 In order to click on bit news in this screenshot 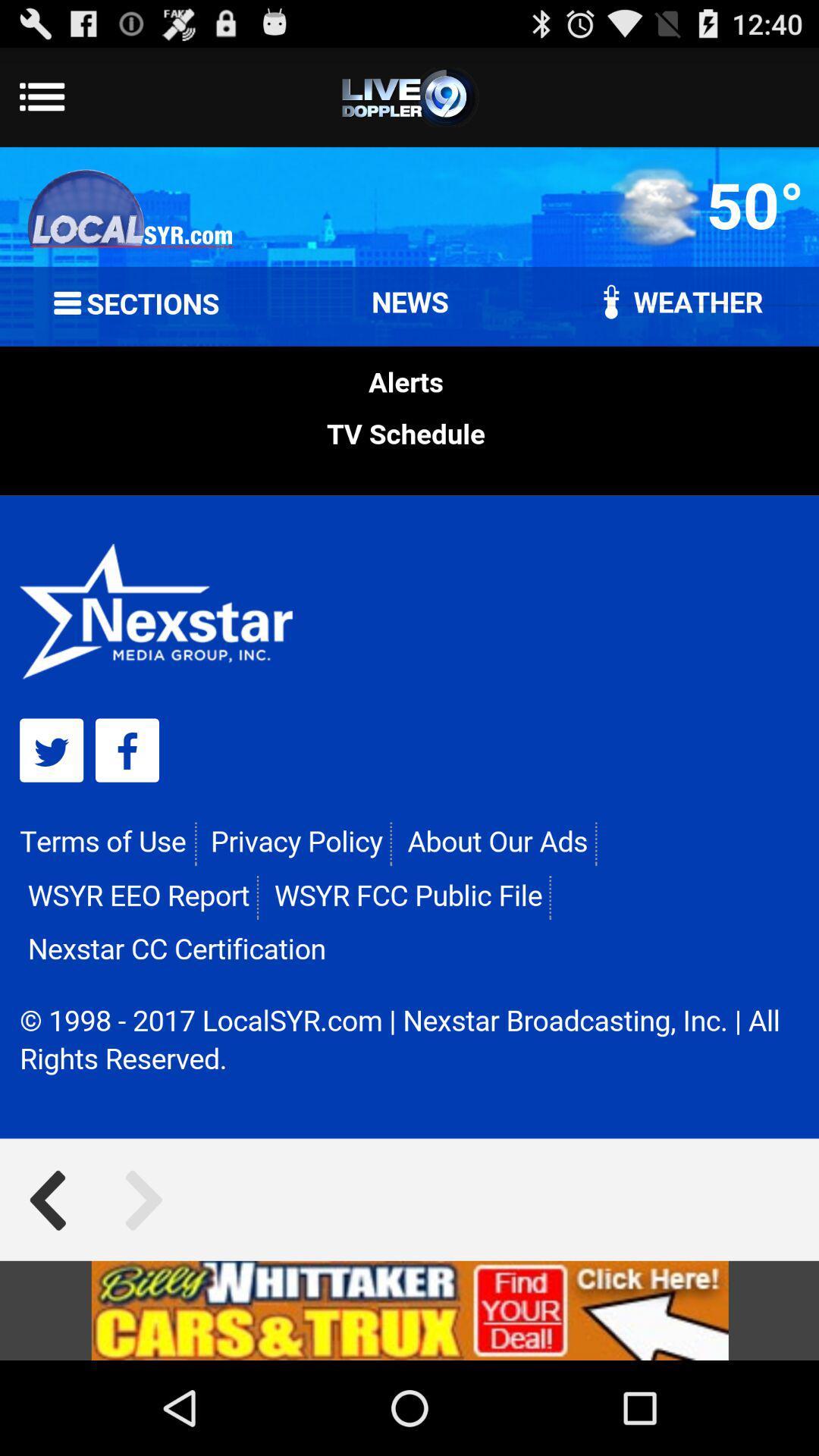, I will do `click(409, 1310)`.